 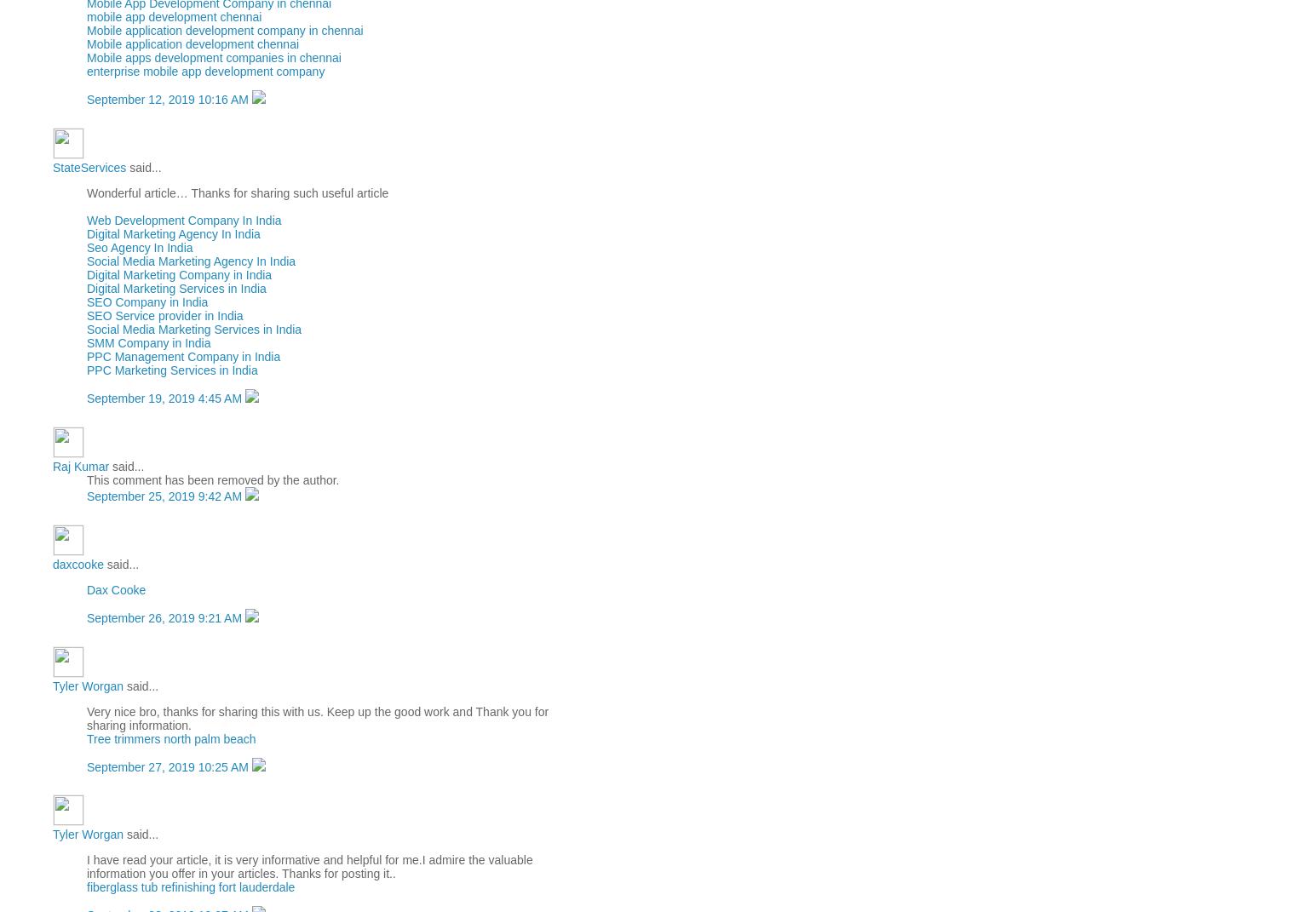 I want to click on 'SEO Company in India', so click(x=147, y=301).